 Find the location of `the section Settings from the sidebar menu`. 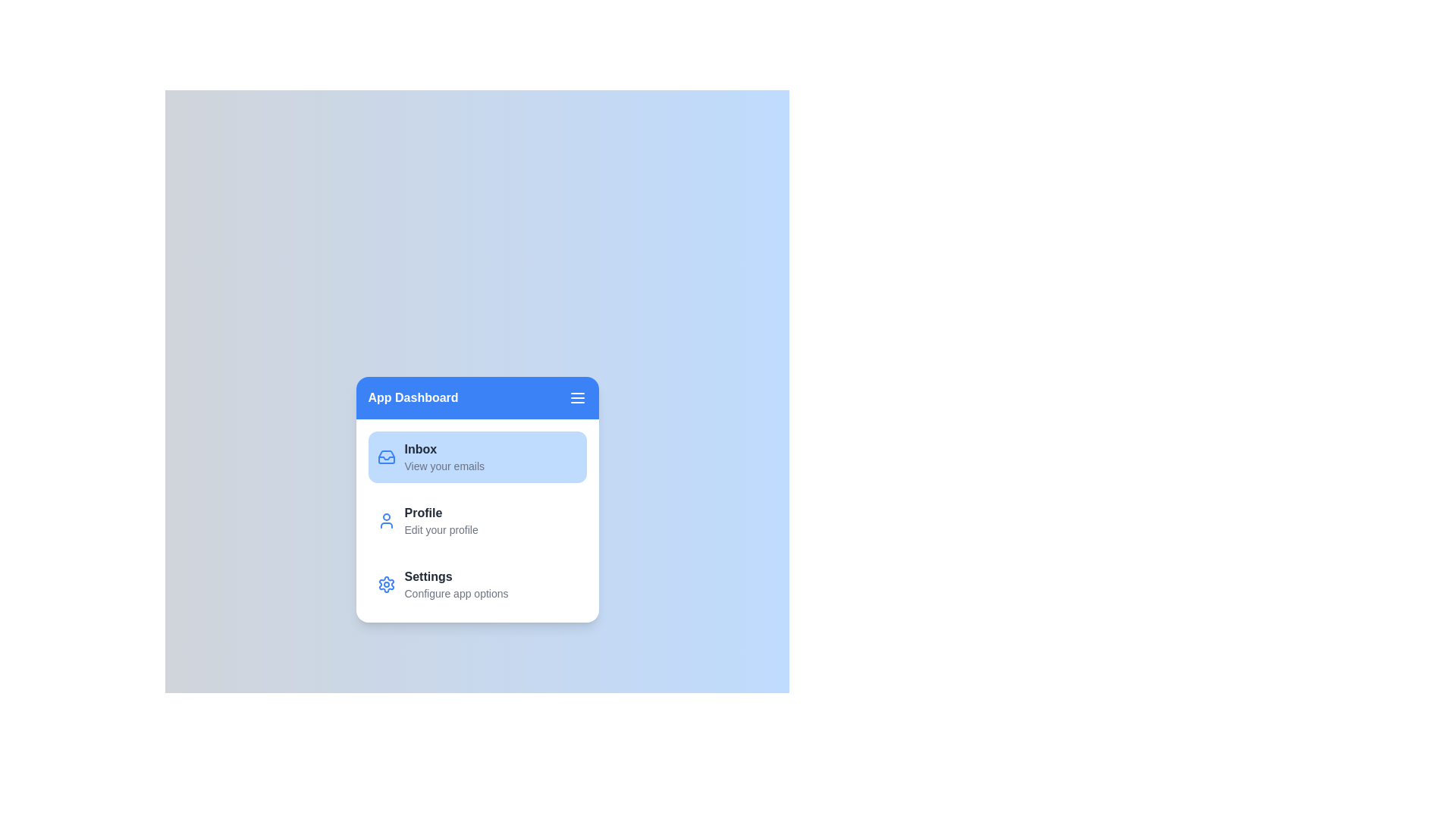

the section Settings from the sidebar menu is located at coordinates (476, 584).